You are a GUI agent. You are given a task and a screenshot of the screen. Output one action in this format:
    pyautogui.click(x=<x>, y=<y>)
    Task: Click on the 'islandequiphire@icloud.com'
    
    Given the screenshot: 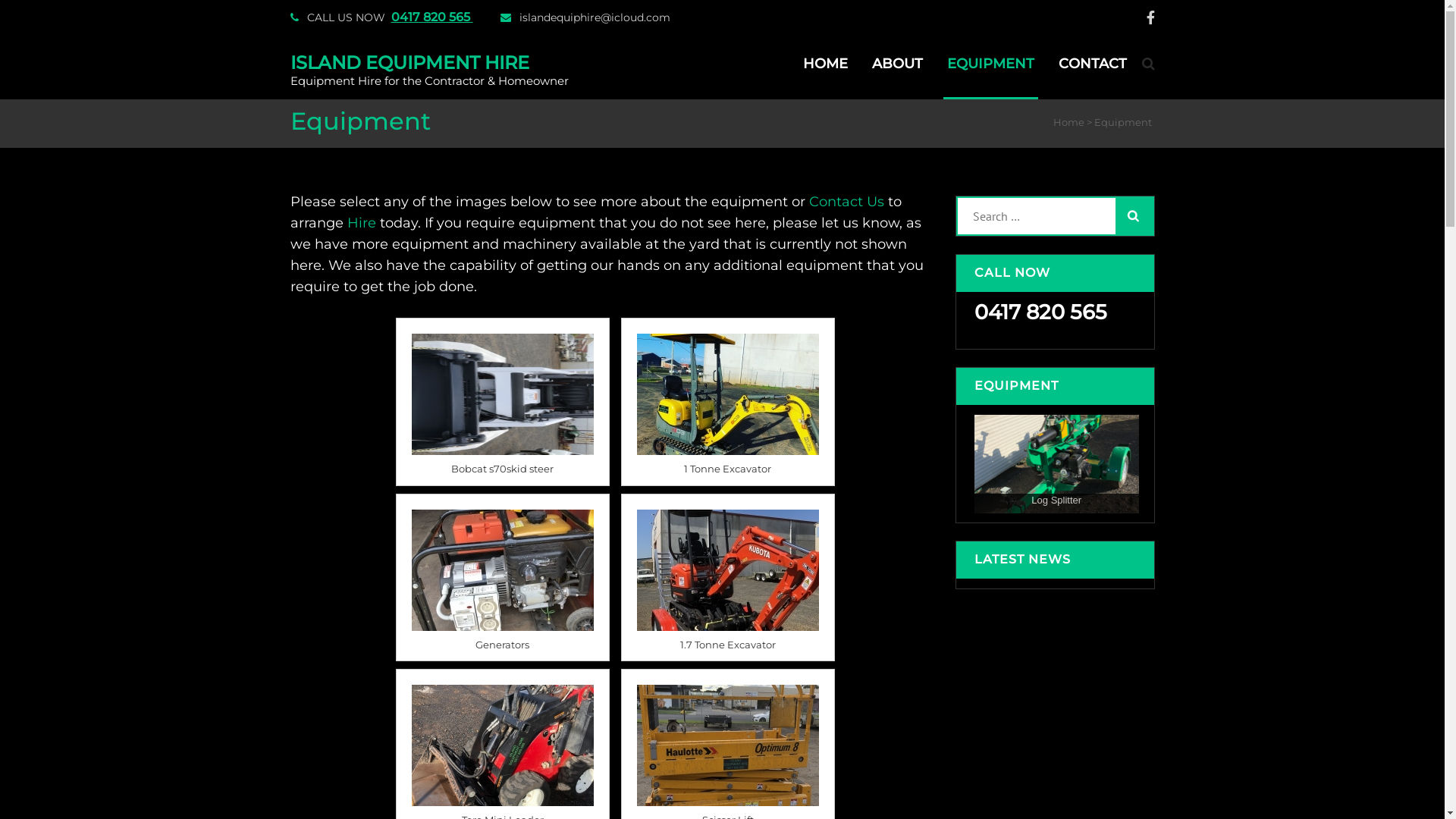 What is the action you would take?
    pyautogui.click(x=593, y=17)
    